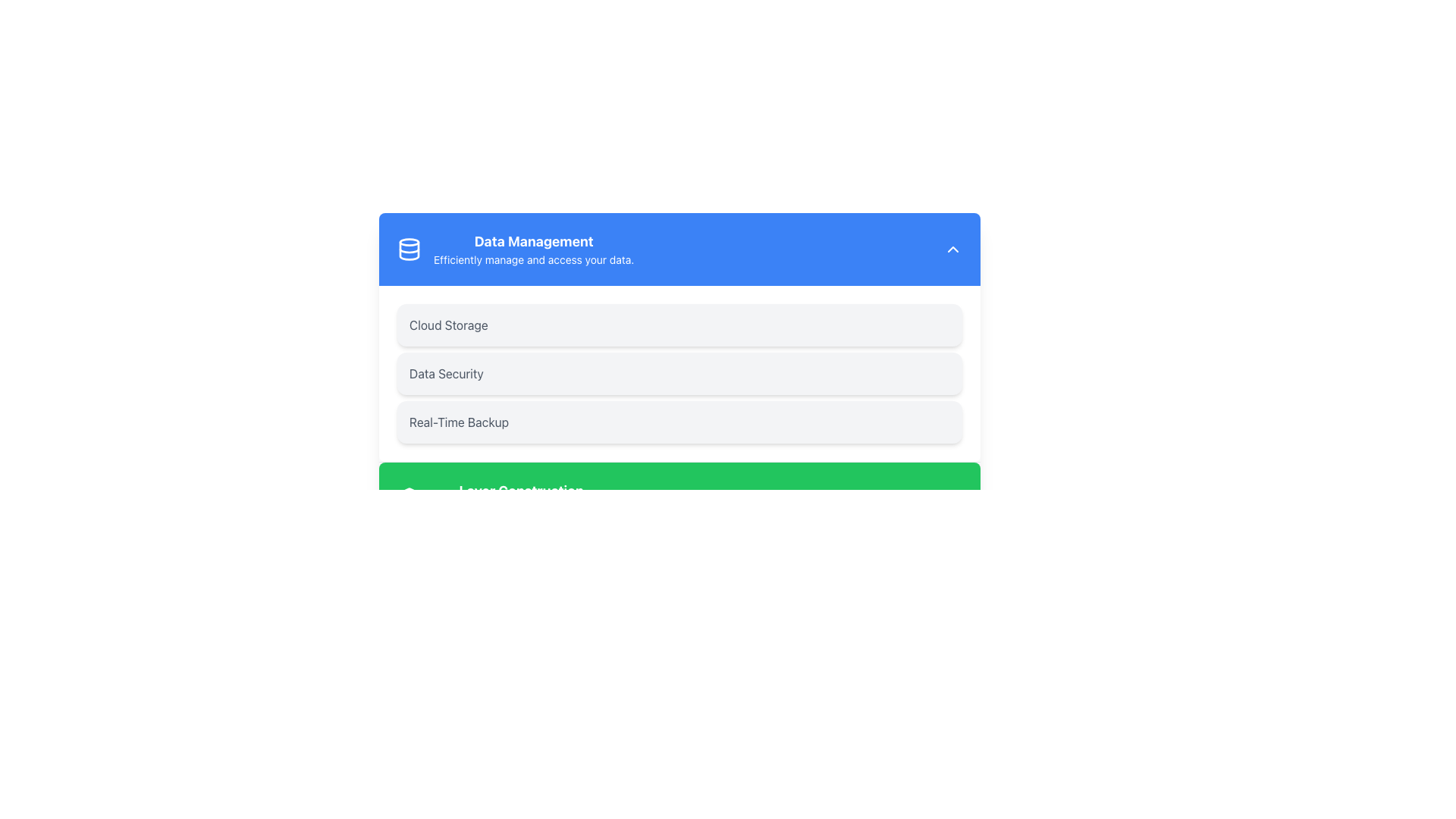 This screenshot has width=1456, height=819. Describe the element at coordinates (409, 499) in the screenshot. I see `the layered icon in the left section of the green header bar, positioned before the text 'Layer Construction'` at that location.